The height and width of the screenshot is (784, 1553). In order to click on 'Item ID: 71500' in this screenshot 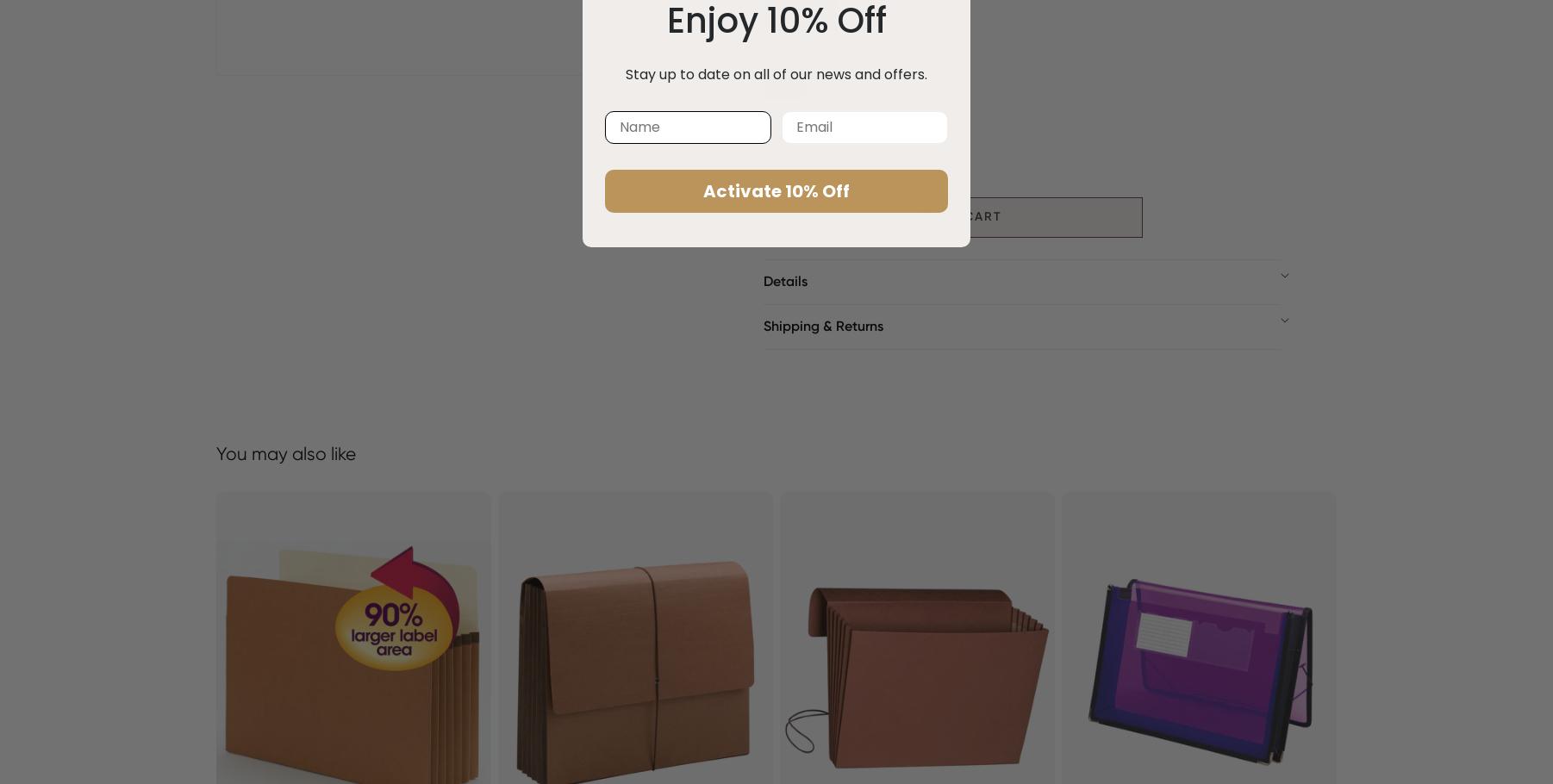, I will do `click(764, 314)`.